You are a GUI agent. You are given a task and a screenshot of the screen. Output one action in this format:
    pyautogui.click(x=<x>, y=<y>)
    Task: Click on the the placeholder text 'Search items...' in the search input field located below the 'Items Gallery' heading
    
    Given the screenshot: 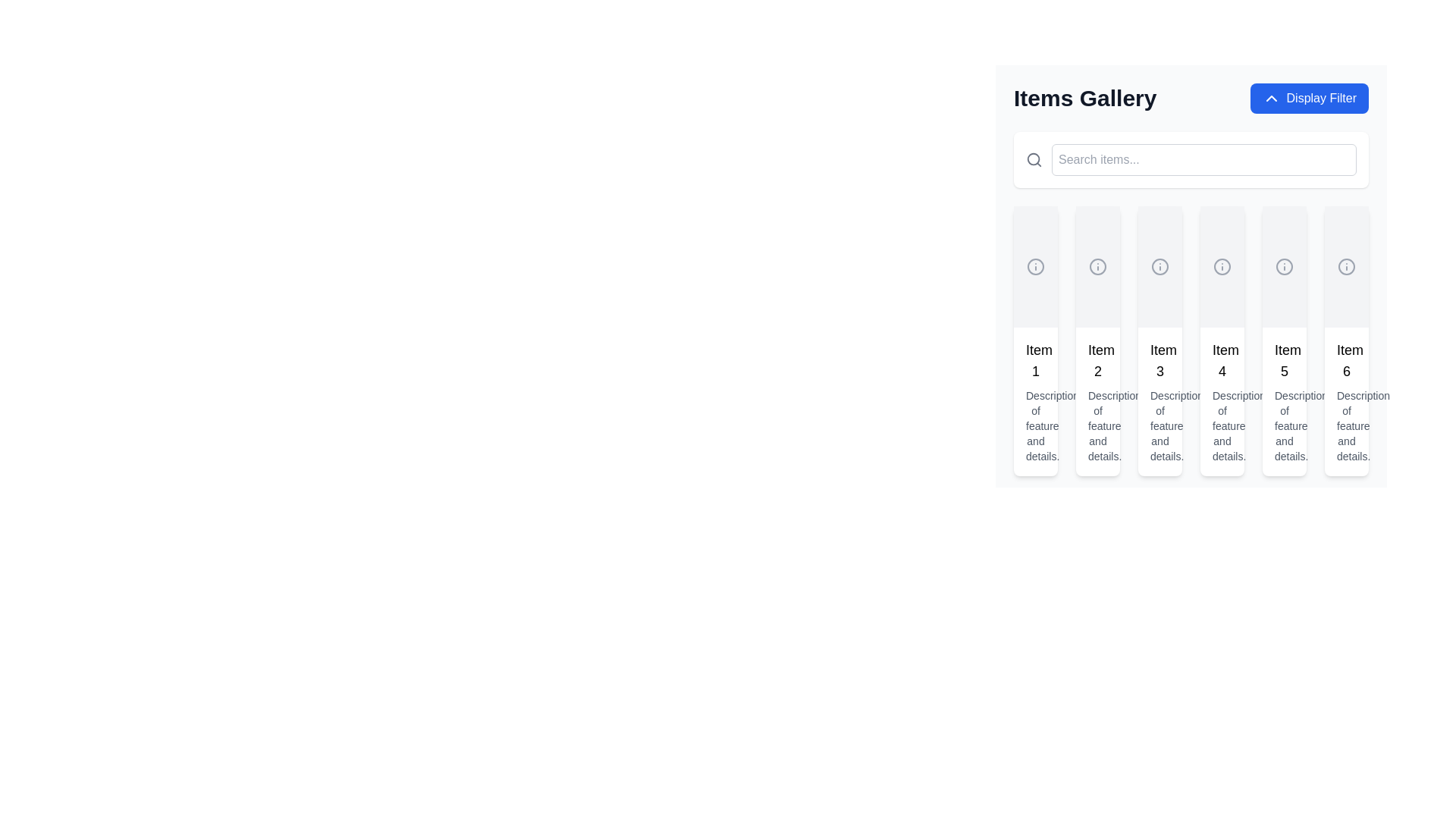 What is the action you would take?
    pyautogui.click(x=1190, y=160)
    